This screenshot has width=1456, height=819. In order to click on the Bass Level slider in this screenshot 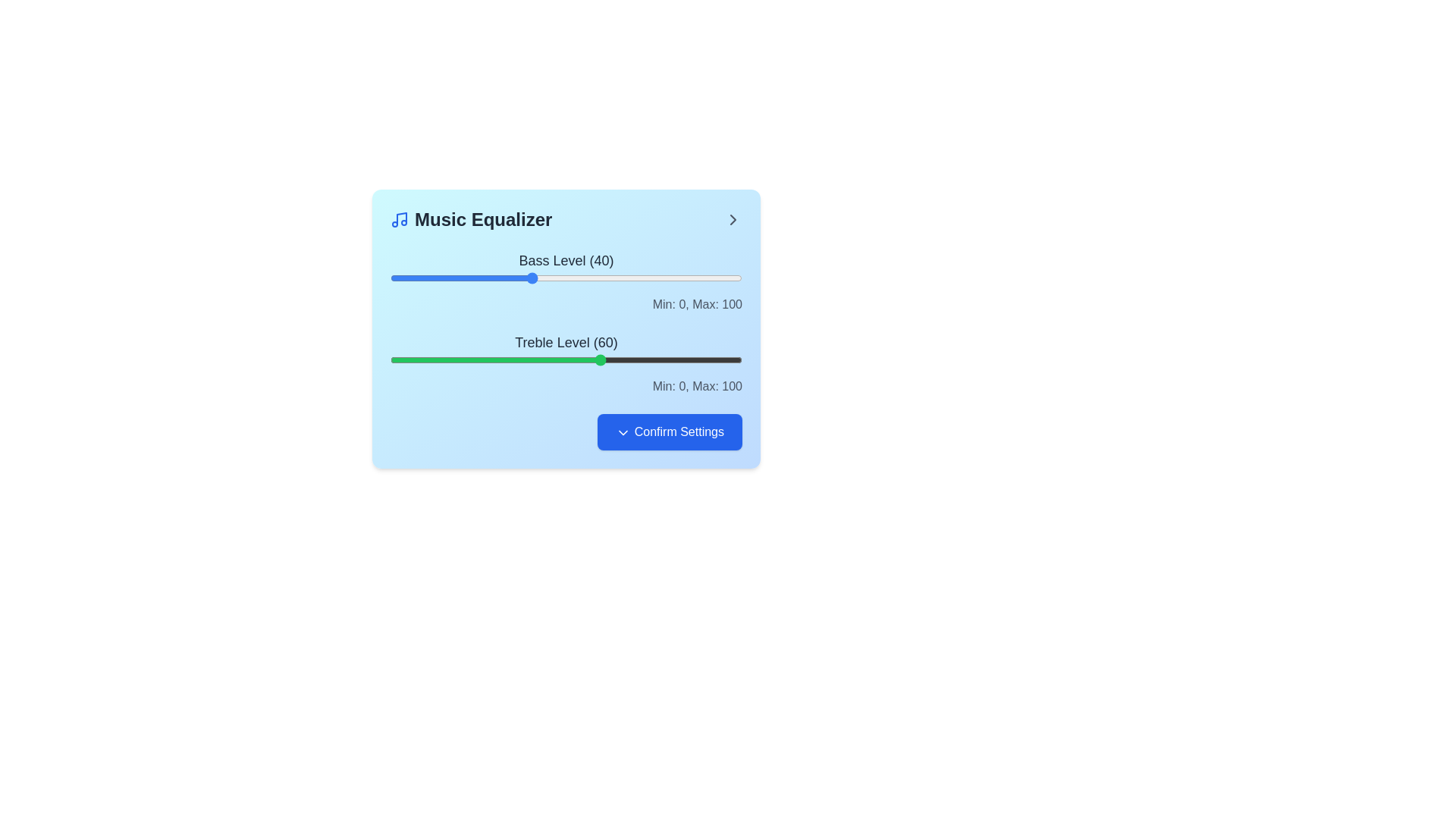, I will do `click(411, 278)`.